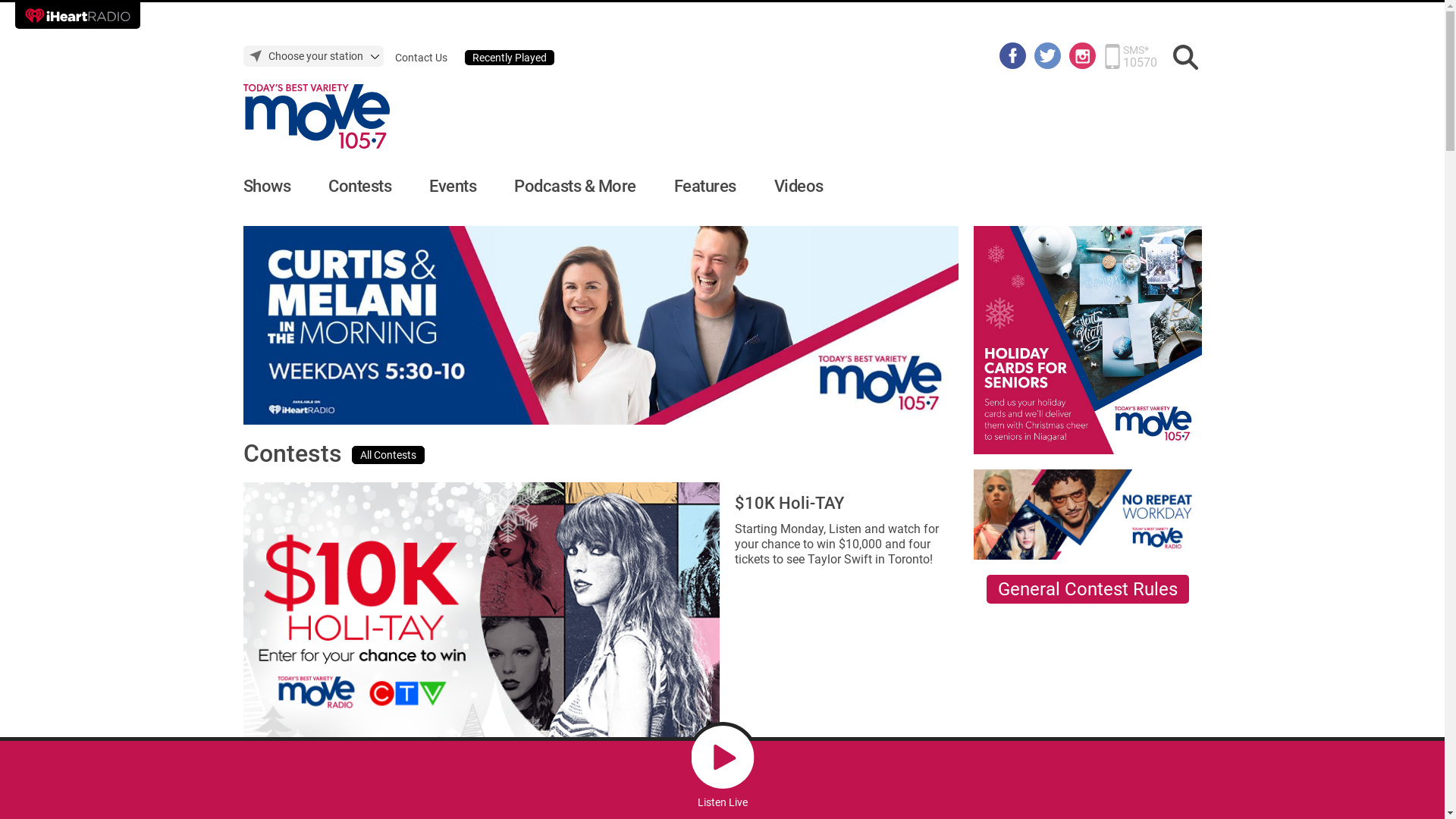 Image resolution: width=1456 pixels, height=819 pixels. Describe the element at coordinates (721, 757) in the screenshot. I see `'Play'` at that location.